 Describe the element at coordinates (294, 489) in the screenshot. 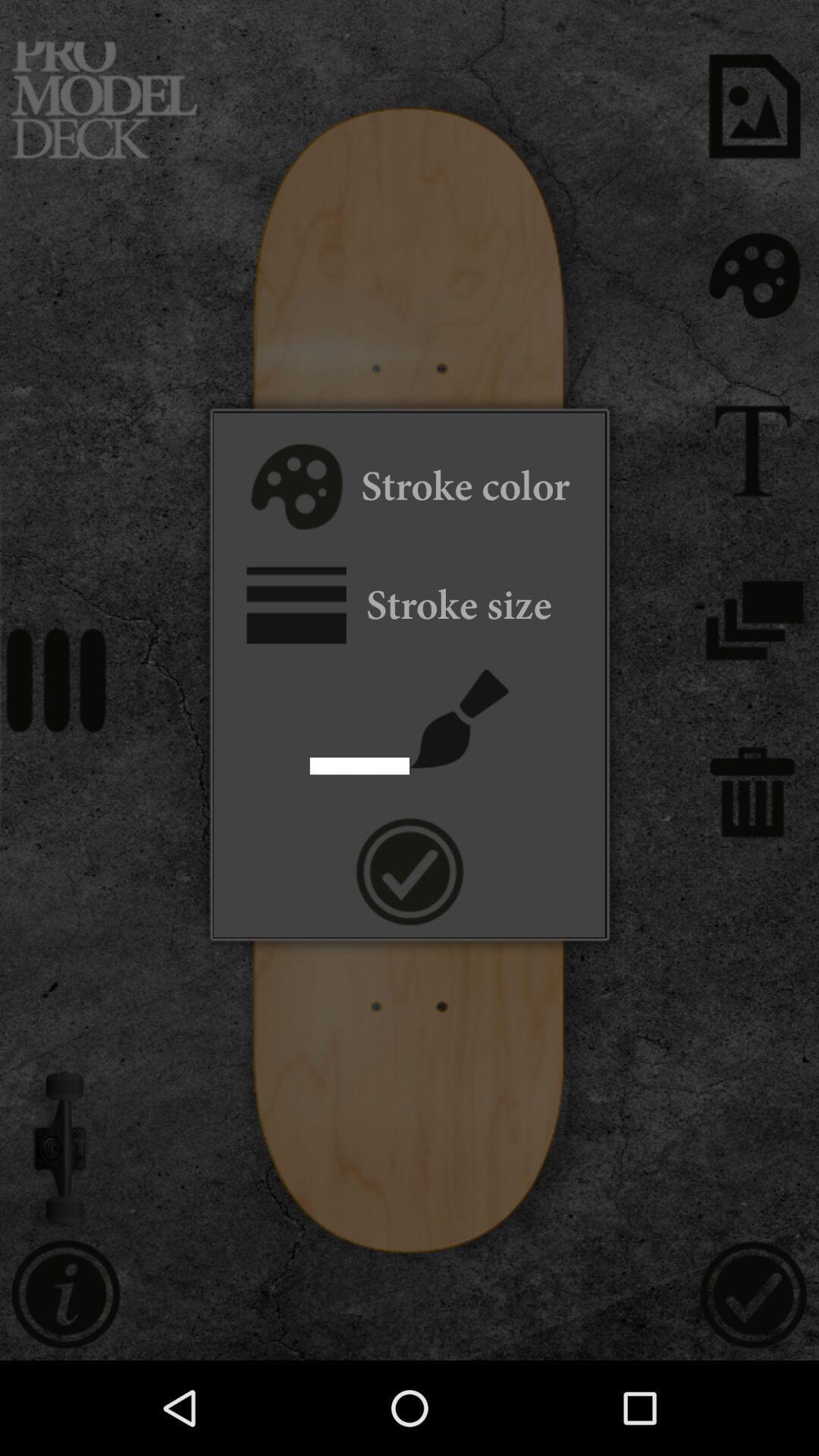

I see `brush color` at that location.